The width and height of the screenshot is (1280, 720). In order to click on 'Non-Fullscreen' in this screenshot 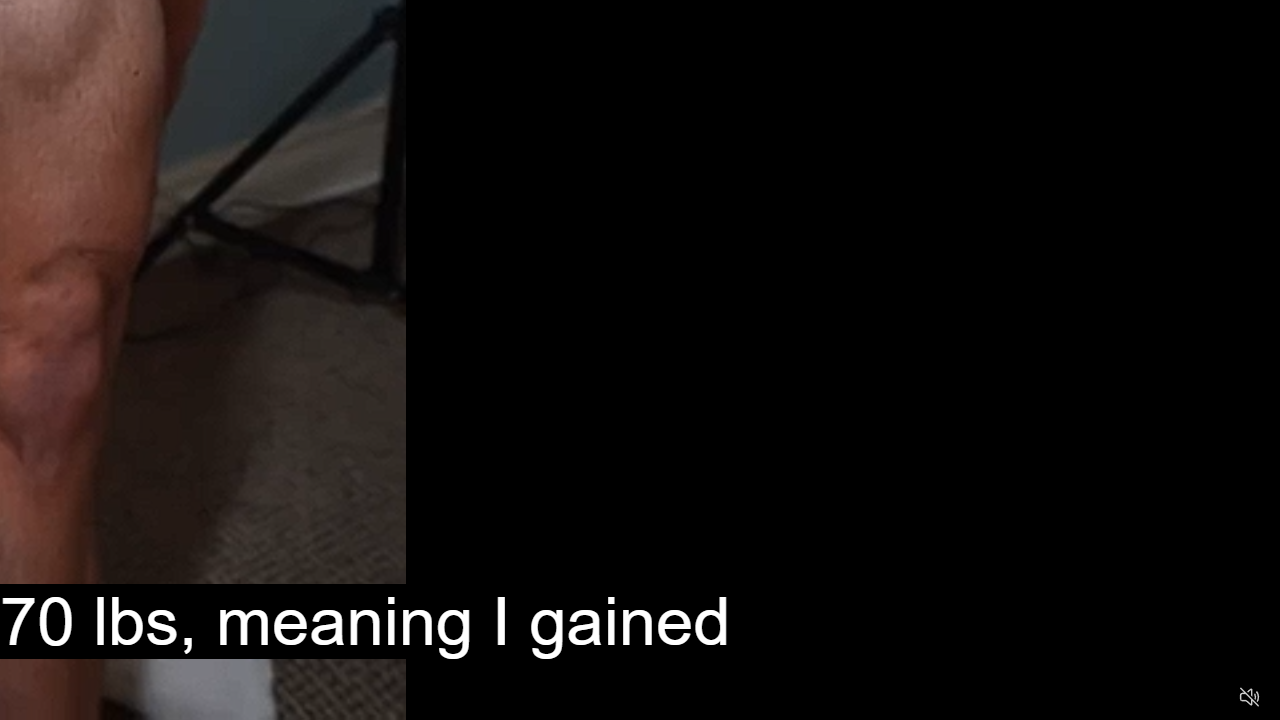, I will do `click(1210, 696)`.